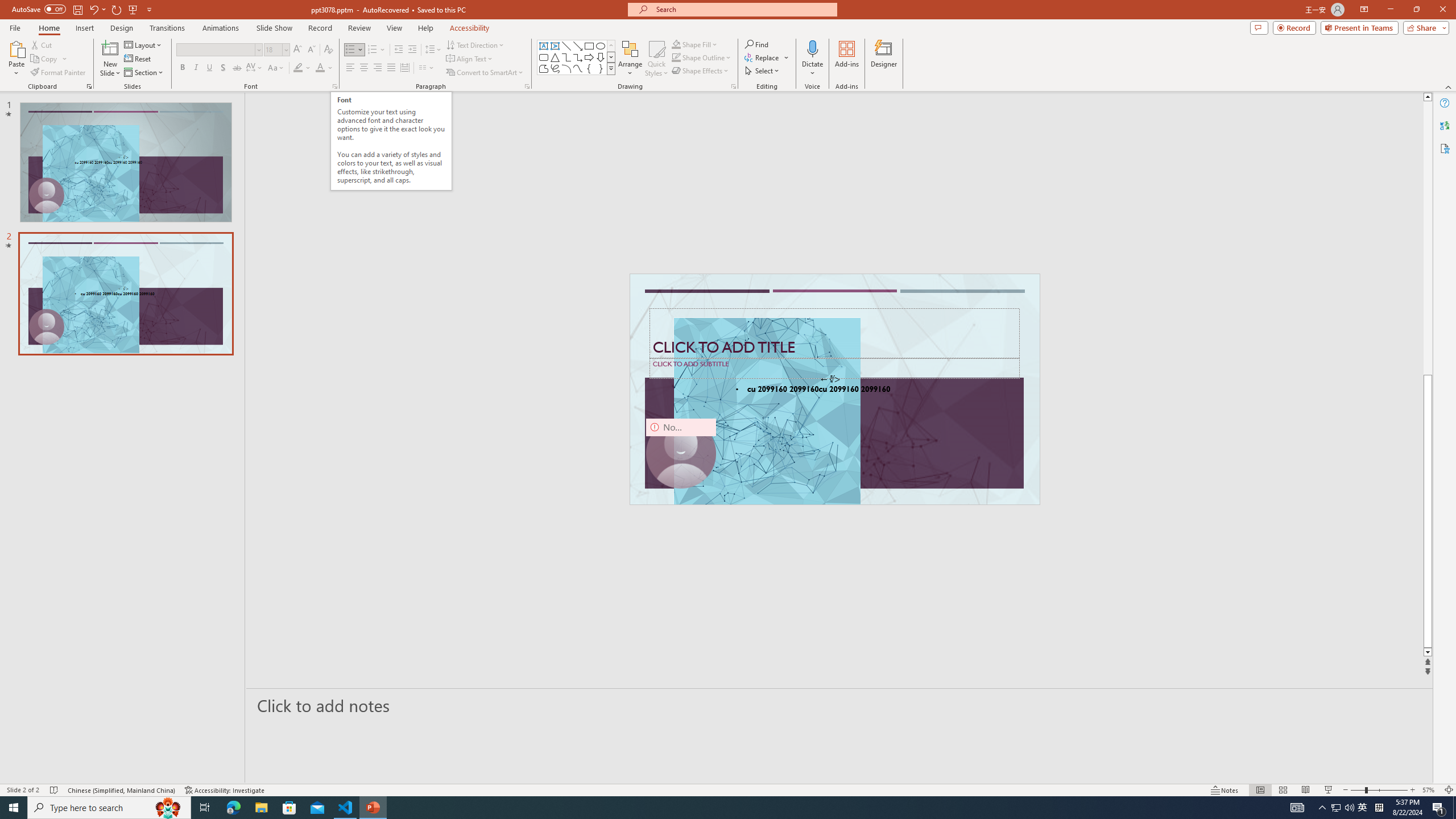 This screenshot has width=1456, height=819. Describe the element at coordinates (1225, 790) in the screenshot. I see `'Notes '` at that location.